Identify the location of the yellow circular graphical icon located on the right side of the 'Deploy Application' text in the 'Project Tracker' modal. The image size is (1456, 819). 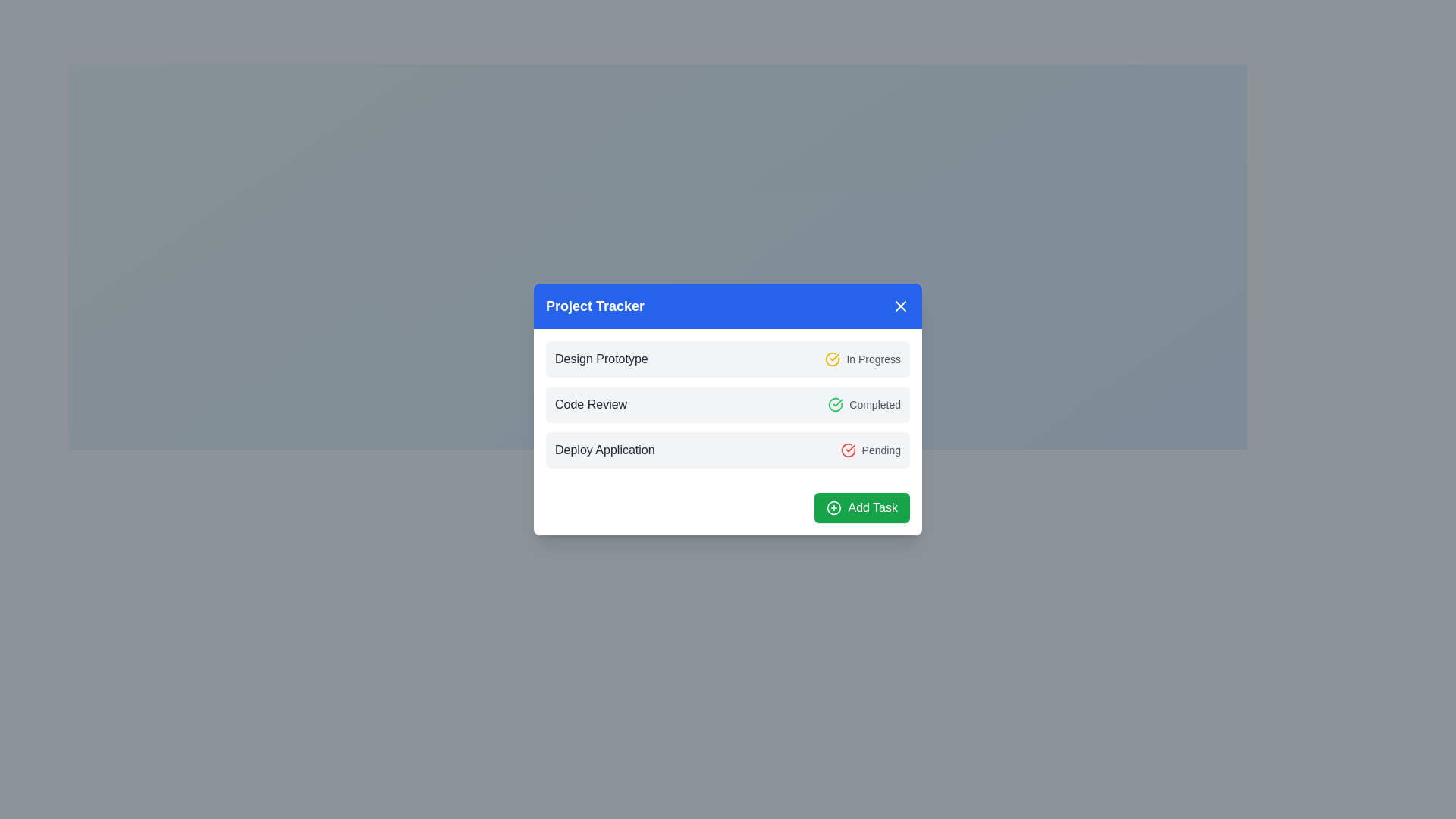
(832, 359).